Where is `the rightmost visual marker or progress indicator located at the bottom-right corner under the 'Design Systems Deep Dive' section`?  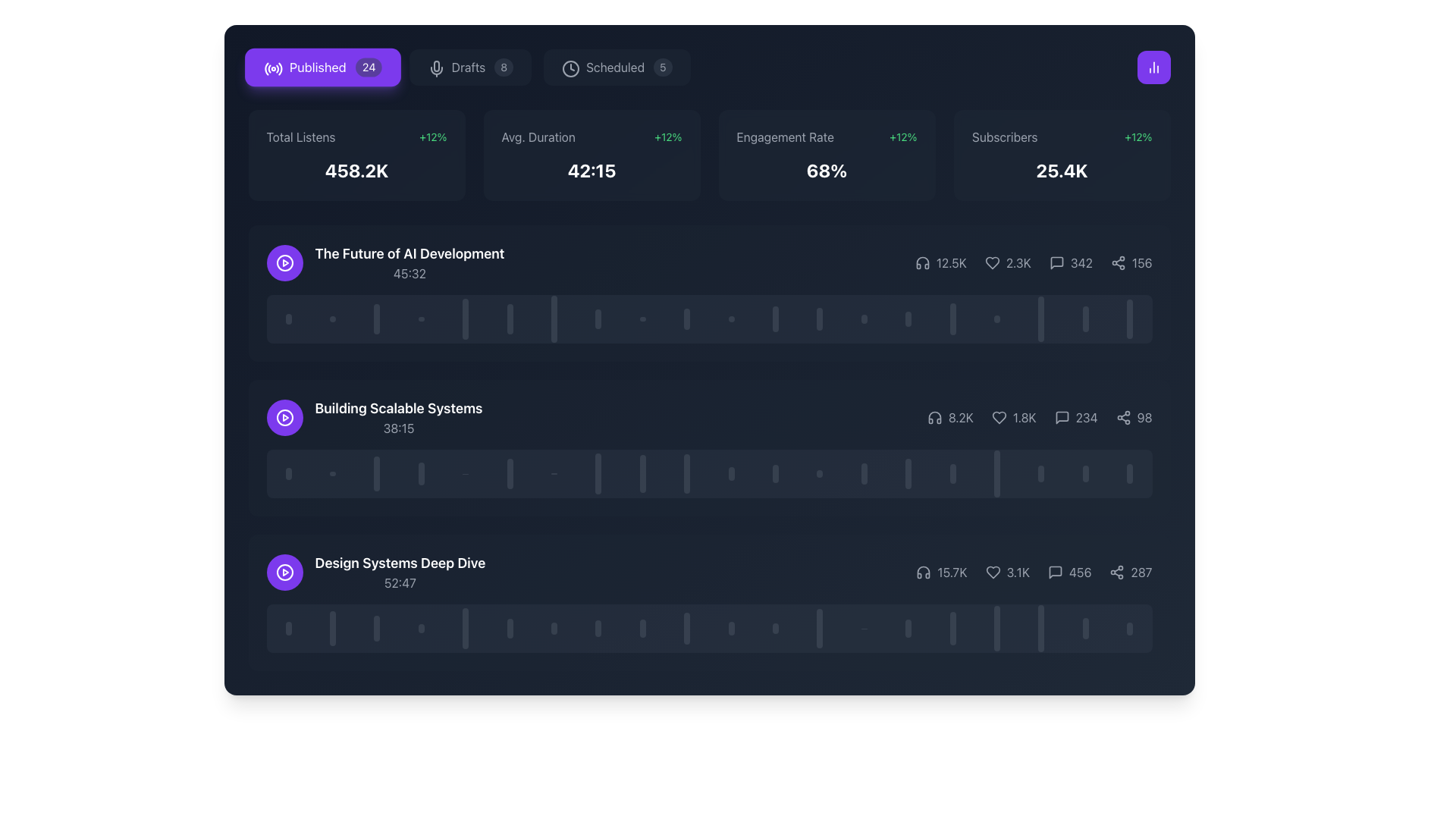 the rightmost visual marker or progress indicator located at the bottom-right corner under the 'Design Systems Deep Dive' section is located at coordinates (1130, 629).